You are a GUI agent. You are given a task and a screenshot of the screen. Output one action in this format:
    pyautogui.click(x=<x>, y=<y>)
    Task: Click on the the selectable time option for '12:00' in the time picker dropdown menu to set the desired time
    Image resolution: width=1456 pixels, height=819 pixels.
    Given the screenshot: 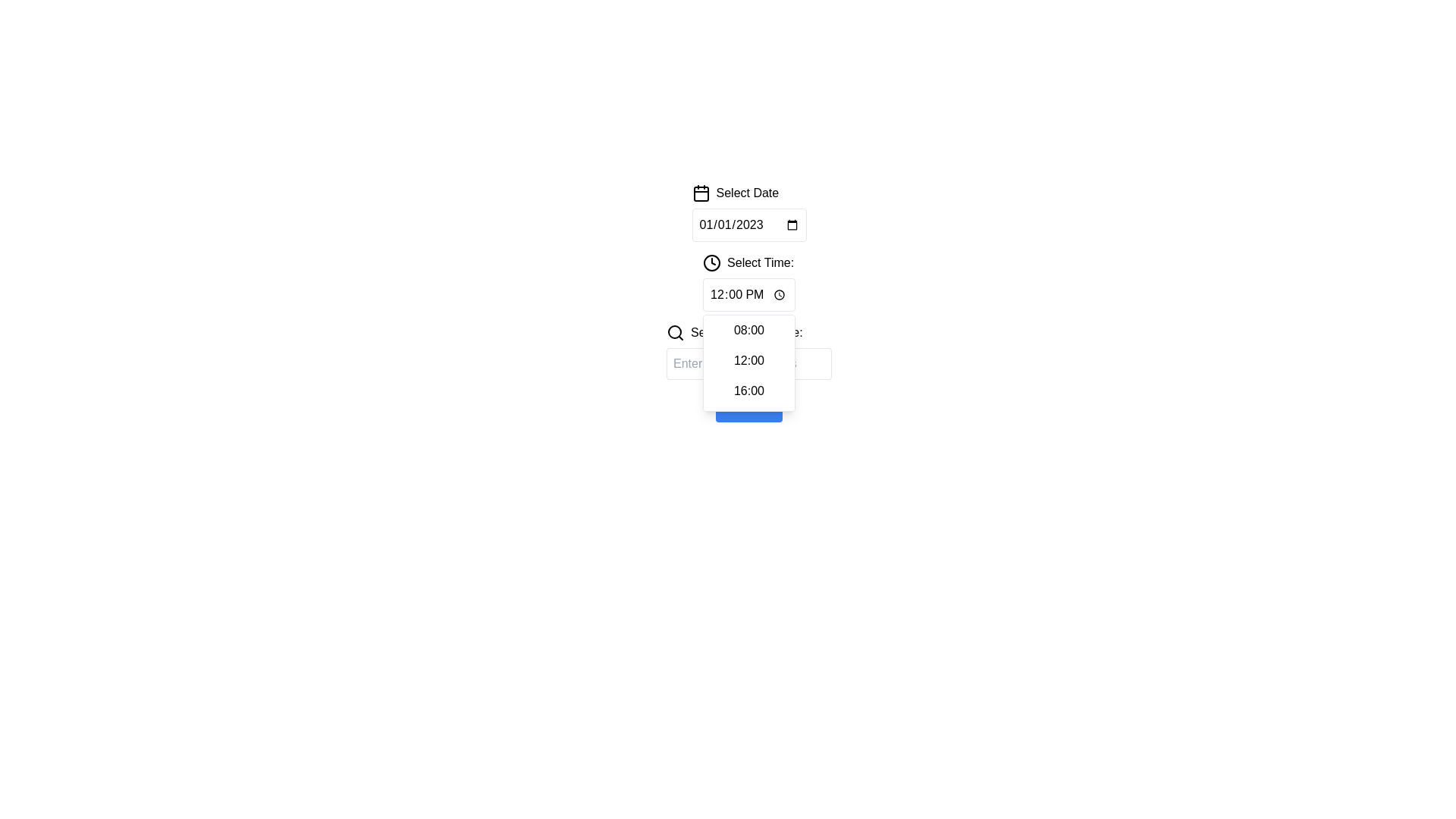 What is the action you would take?
    pyautogui.click(x=749, y=360)
    